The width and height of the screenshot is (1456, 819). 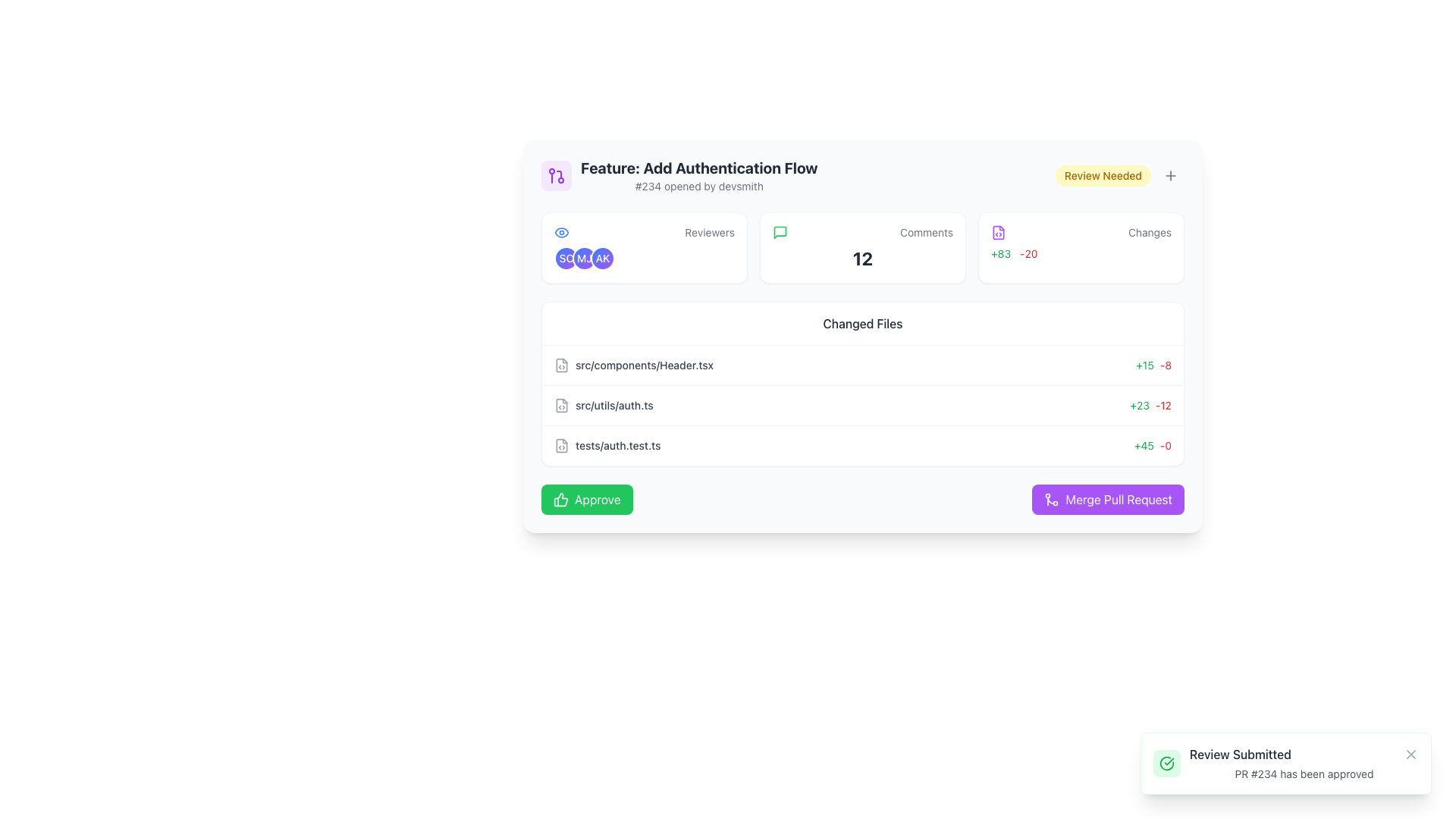 I want to click on the '+' symbol next to the pending review label in the 'Feature: Add Authentication Flow' section, so click(x=1119, y=174).